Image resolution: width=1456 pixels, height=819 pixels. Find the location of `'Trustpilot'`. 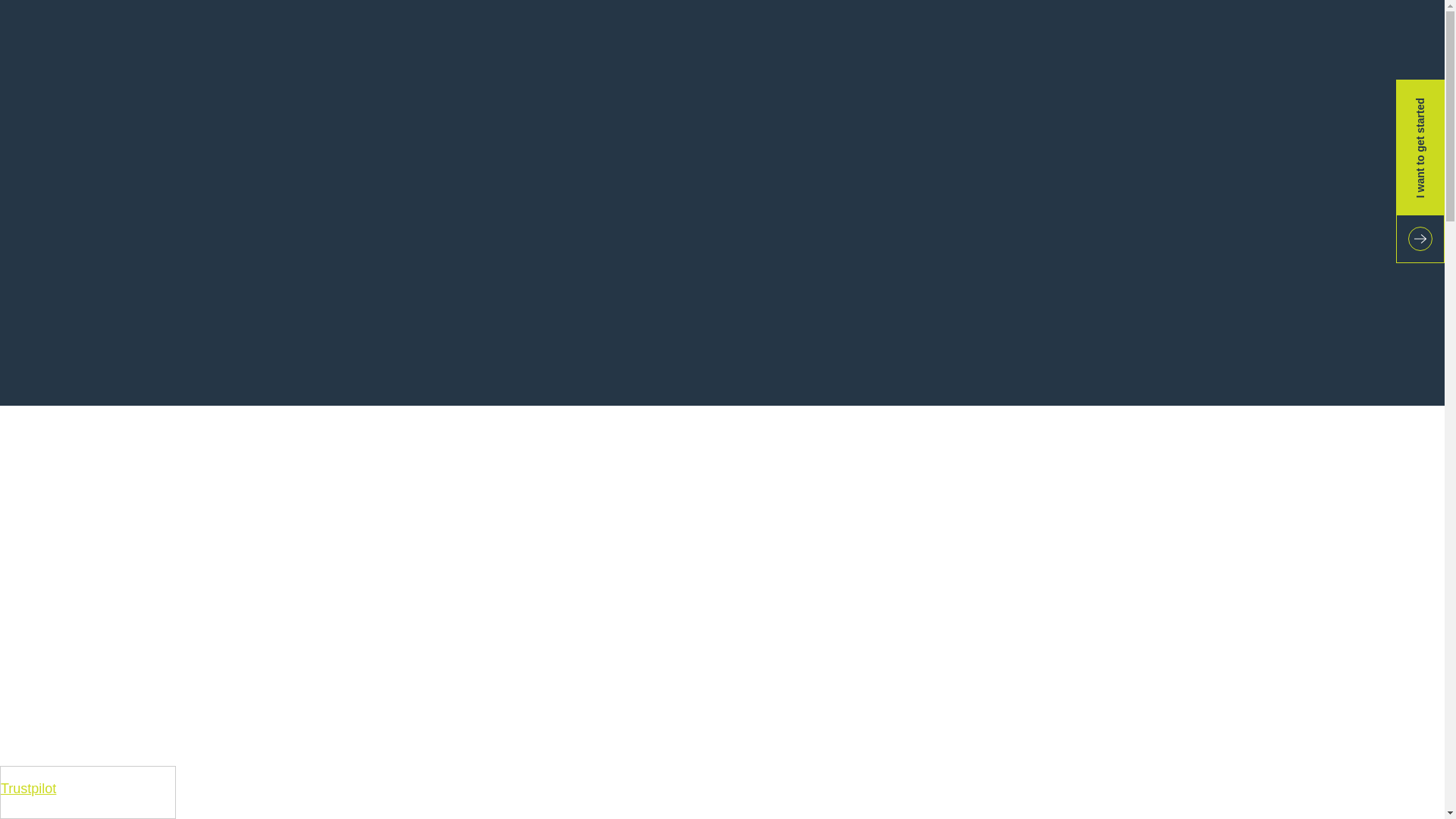

'Trustpilot' is located at coordinates (28, 788).